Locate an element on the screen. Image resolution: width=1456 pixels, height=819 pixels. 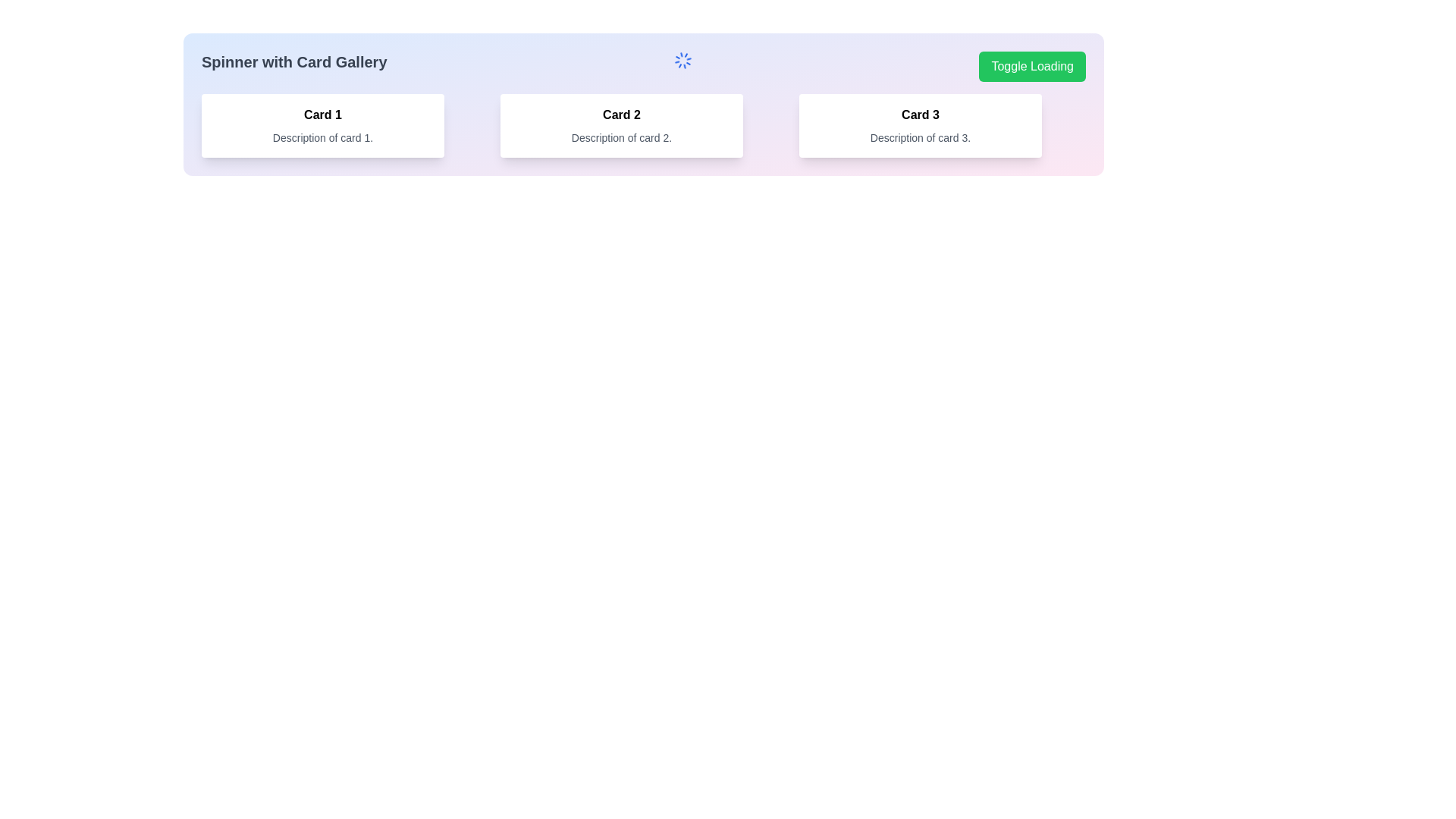
the Informational card labeled 'Card 1', which is the first card in a grid with a white background and rounded corners is located at coordinates (322, 124).